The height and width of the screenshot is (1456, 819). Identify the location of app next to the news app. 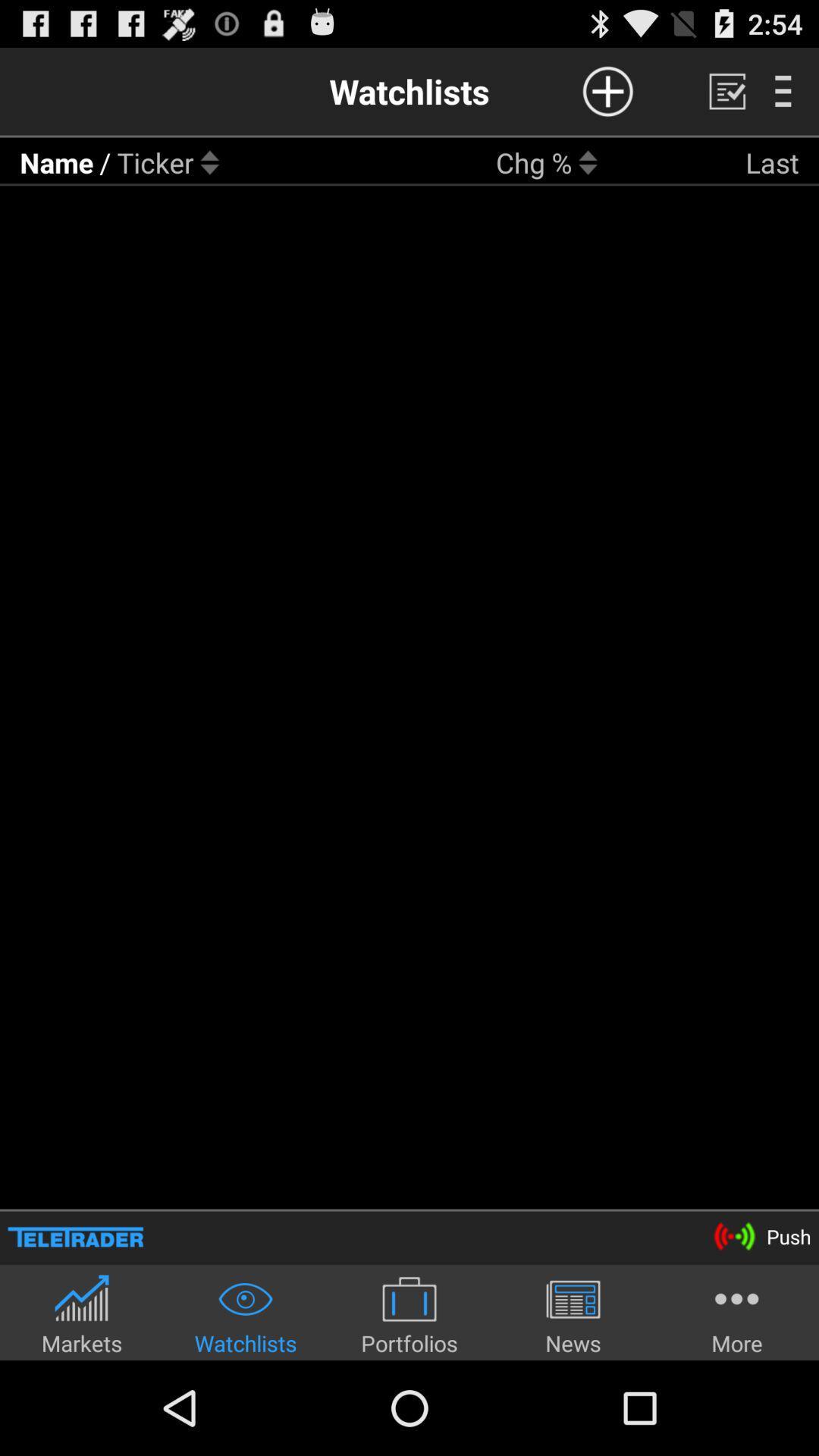
(736, 1313).